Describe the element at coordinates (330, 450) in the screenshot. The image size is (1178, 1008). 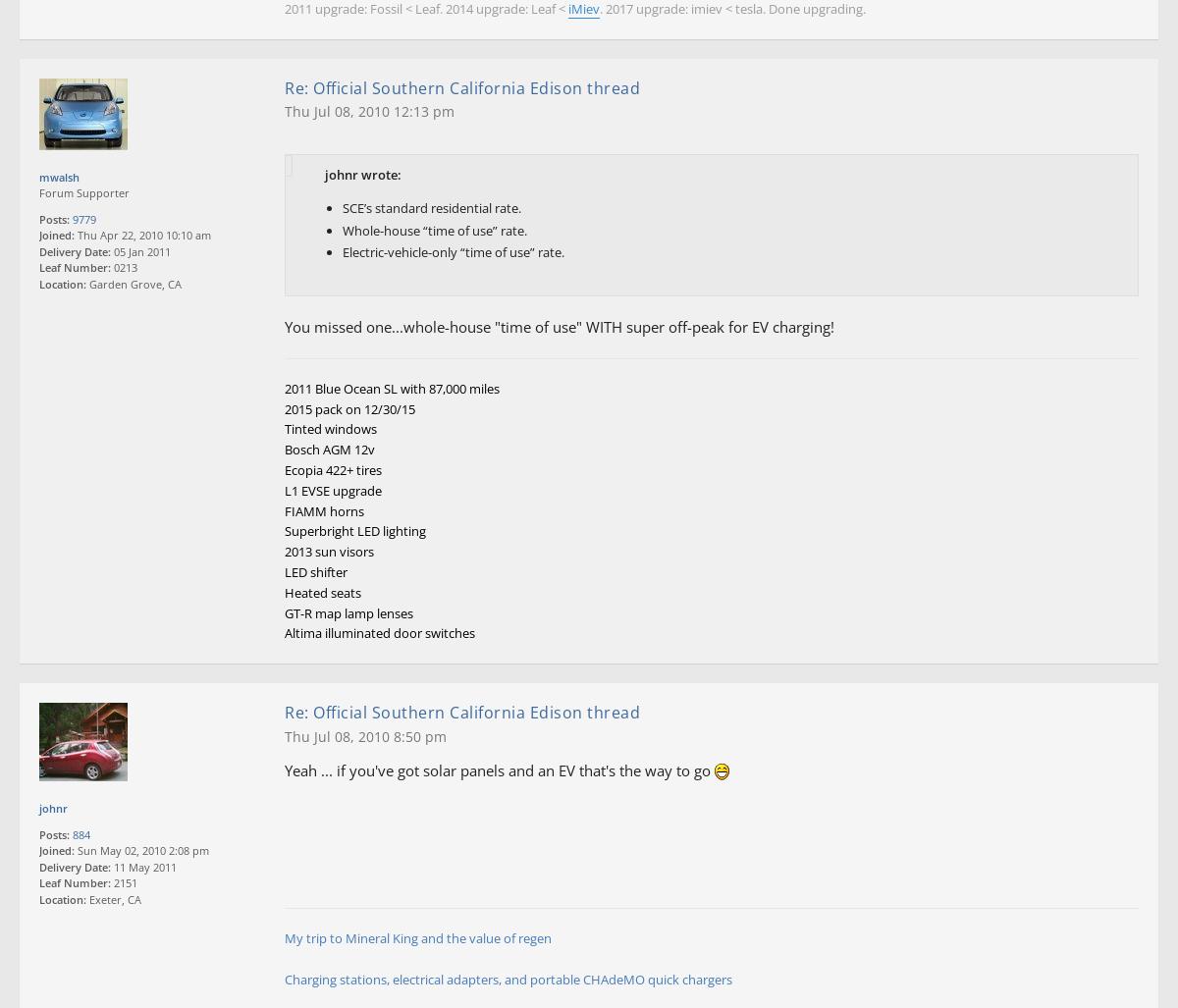
I see `'Bosch AGM 12v'` at that location.